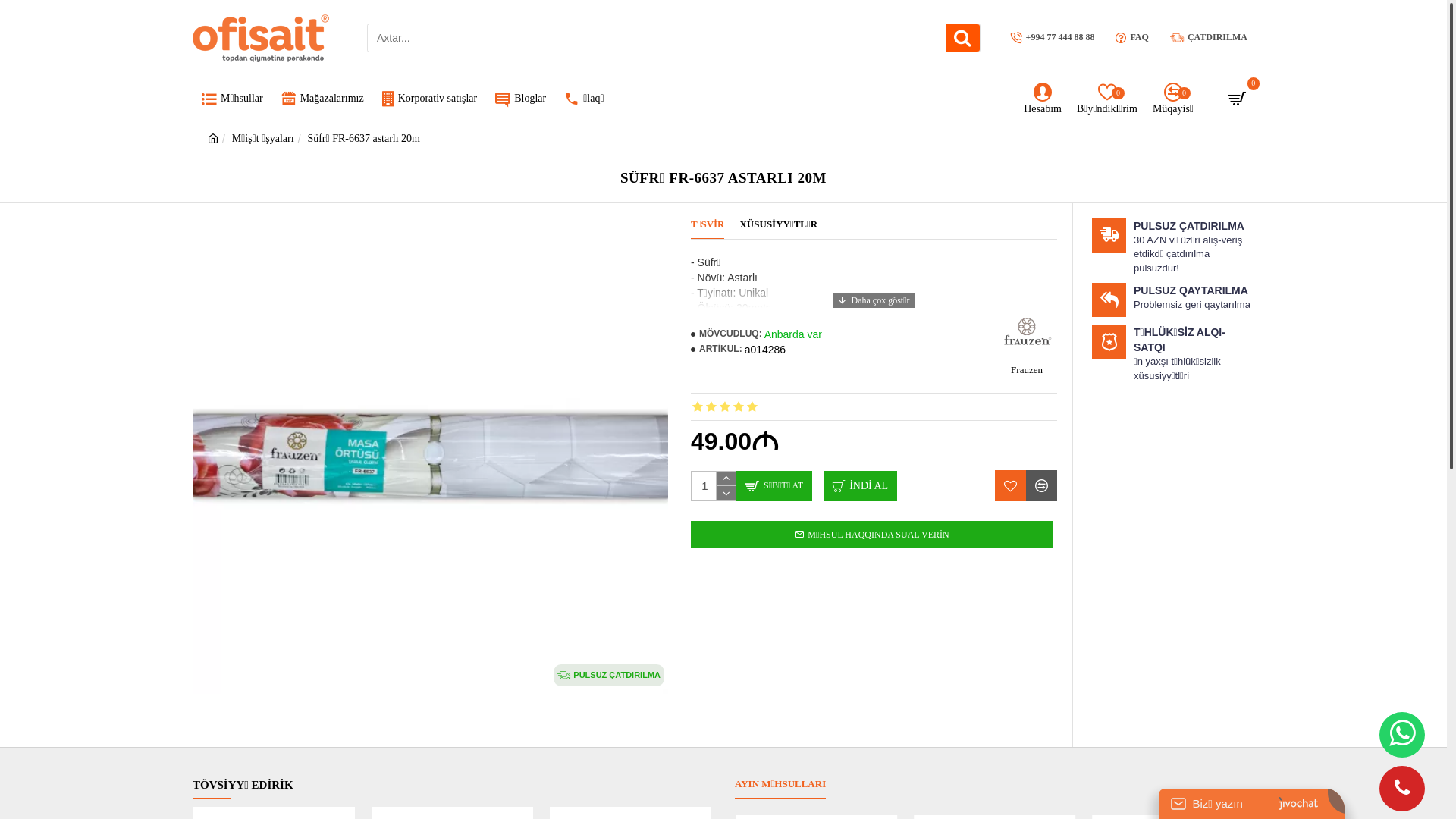  What do you see at coordinates (1026, 342) in the screenshot?
I see `'Frauzen'` at bounding box center [1026, 342].